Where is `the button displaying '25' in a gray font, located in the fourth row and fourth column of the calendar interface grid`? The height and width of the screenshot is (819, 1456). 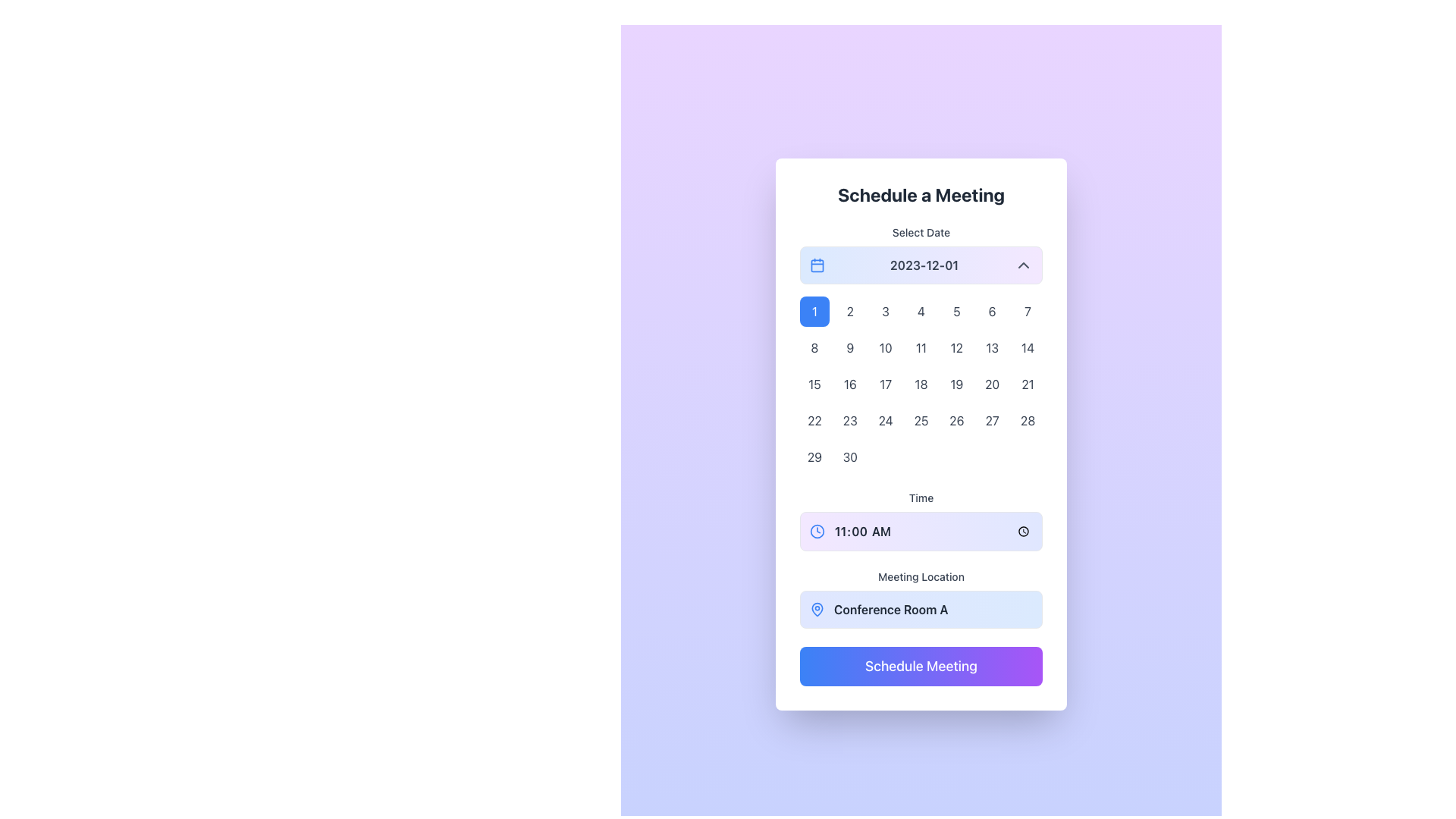
the button displaying '25' in a gray font, located in the fourth row and fourth column of the calendar interface grid is located at coordinates (920, 421).